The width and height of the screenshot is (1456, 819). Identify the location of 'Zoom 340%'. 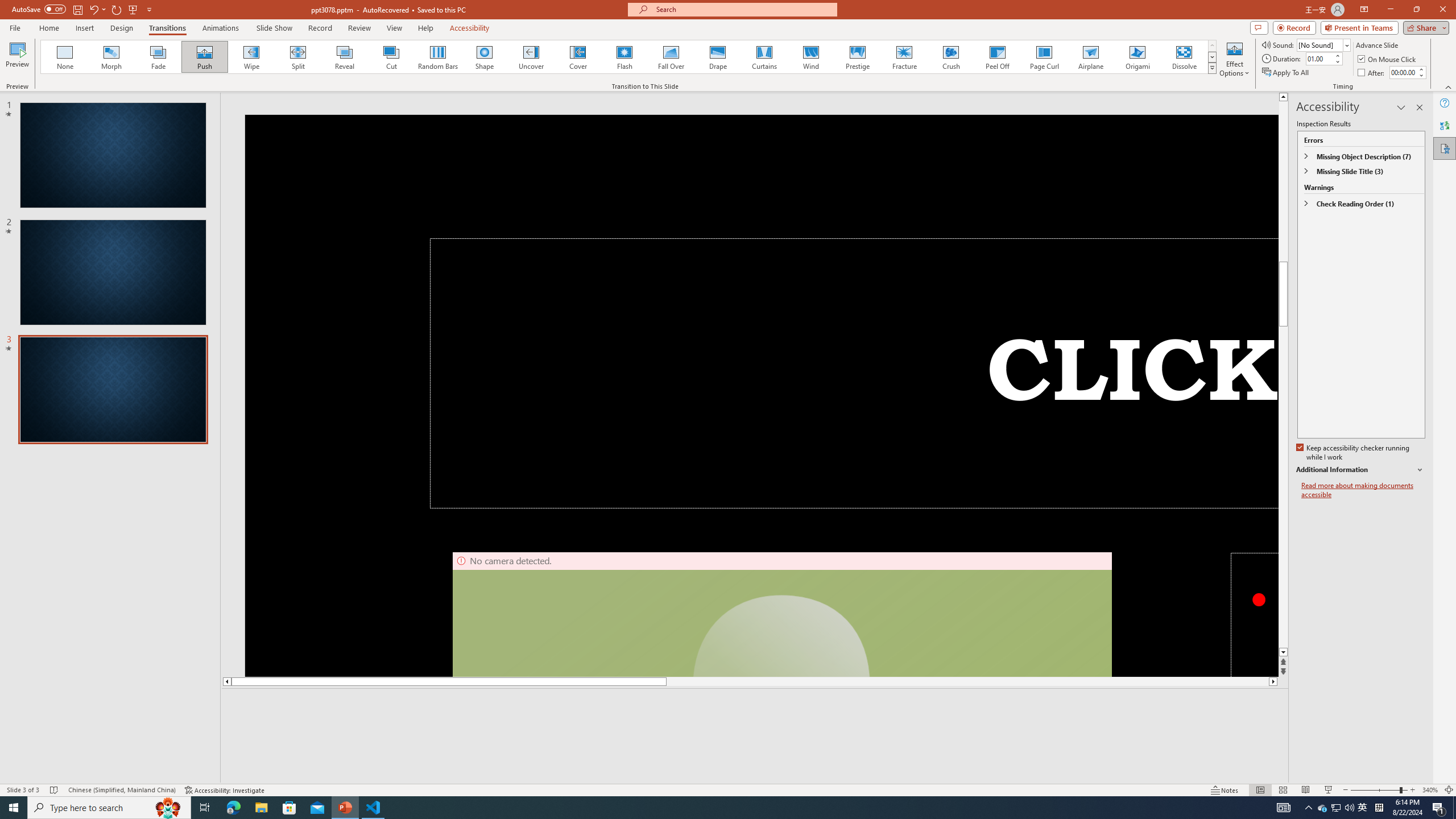
(1430, 790).